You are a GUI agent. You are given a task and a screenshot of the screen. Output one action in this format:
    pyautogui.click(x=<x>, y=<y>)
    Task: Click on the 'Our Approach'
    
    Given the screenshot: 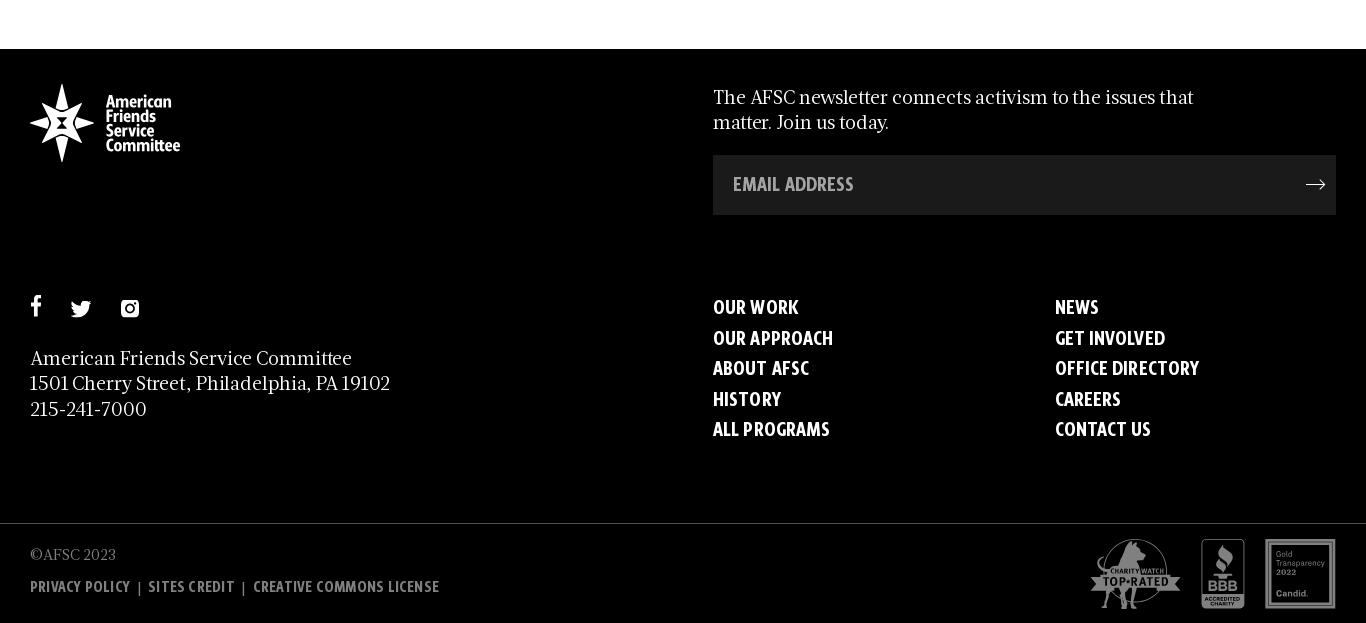 What is the action you would take?
    pyautogui.click(x=773, y=337)
    